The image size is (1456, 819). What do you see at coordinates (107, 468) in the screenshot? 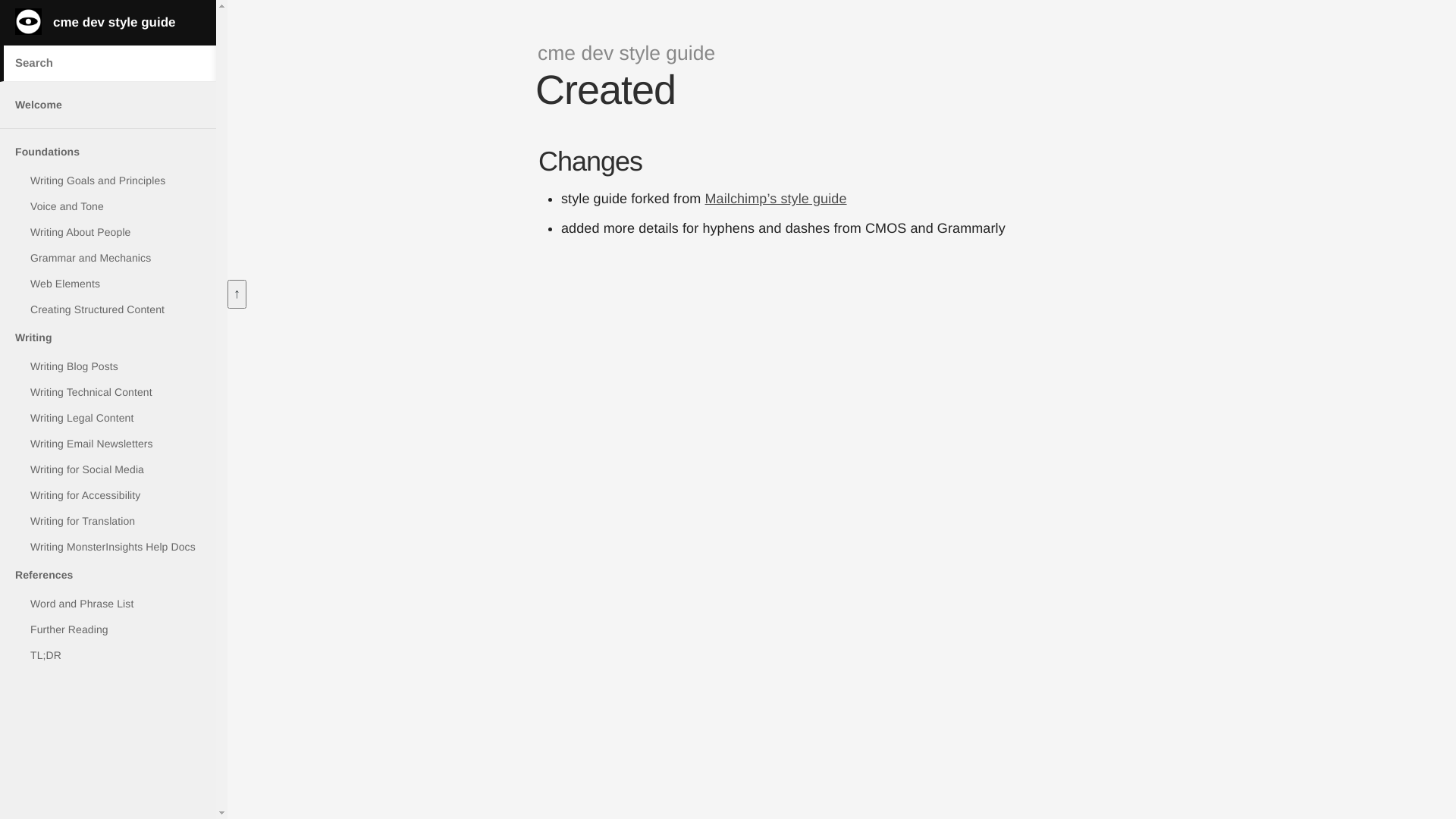
I see `'Writing for Social Media'` at bounding box center [107, 468].